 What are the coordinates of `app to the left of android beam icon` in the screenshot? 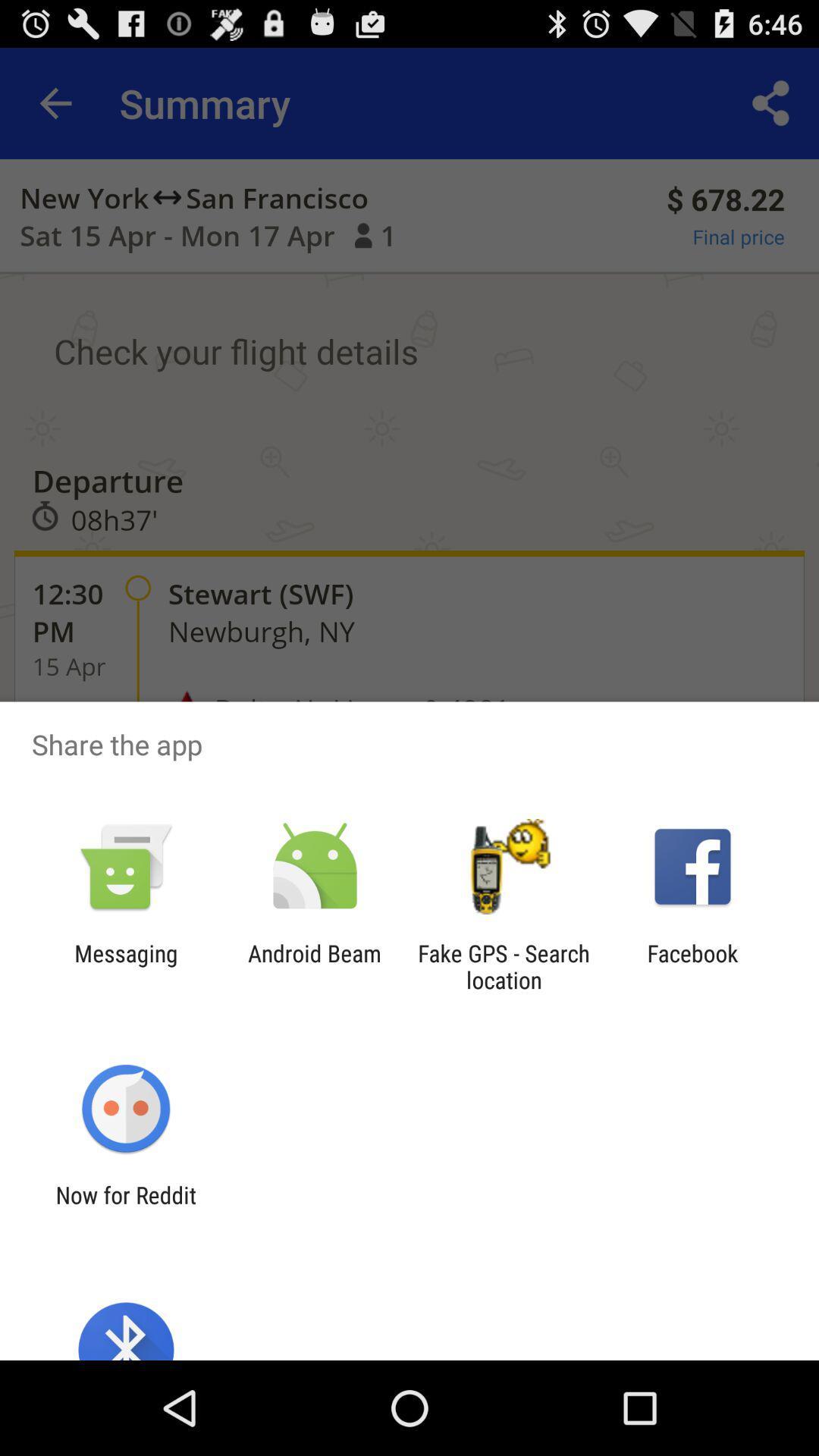 It's located at (125, 966).